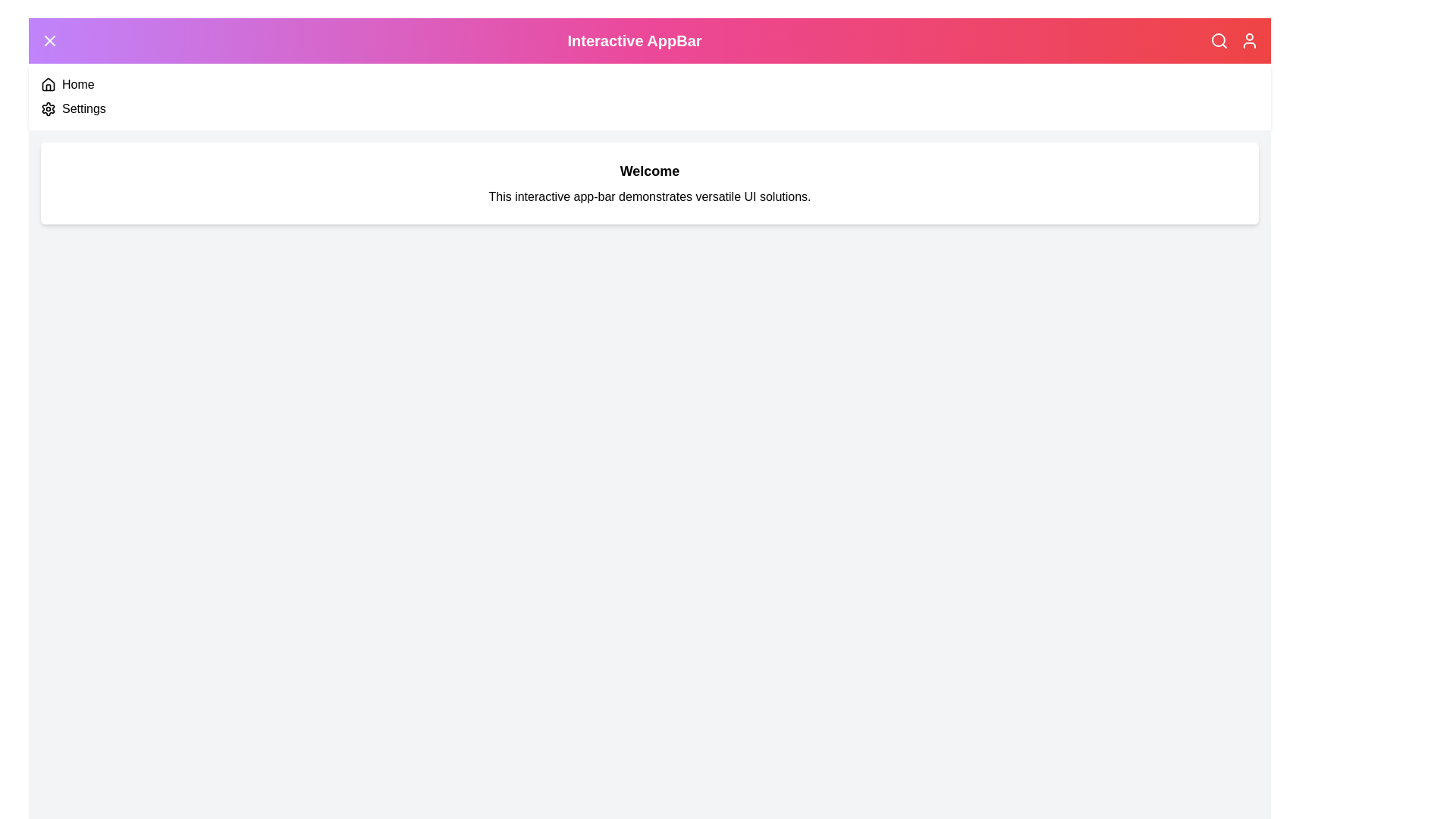 The width and height of the screenshot is (1456, 819). What do you see at coordinates (48, 108) in the screenshot?
I see `the navigation item Settings` at bounding box center [48, 108].